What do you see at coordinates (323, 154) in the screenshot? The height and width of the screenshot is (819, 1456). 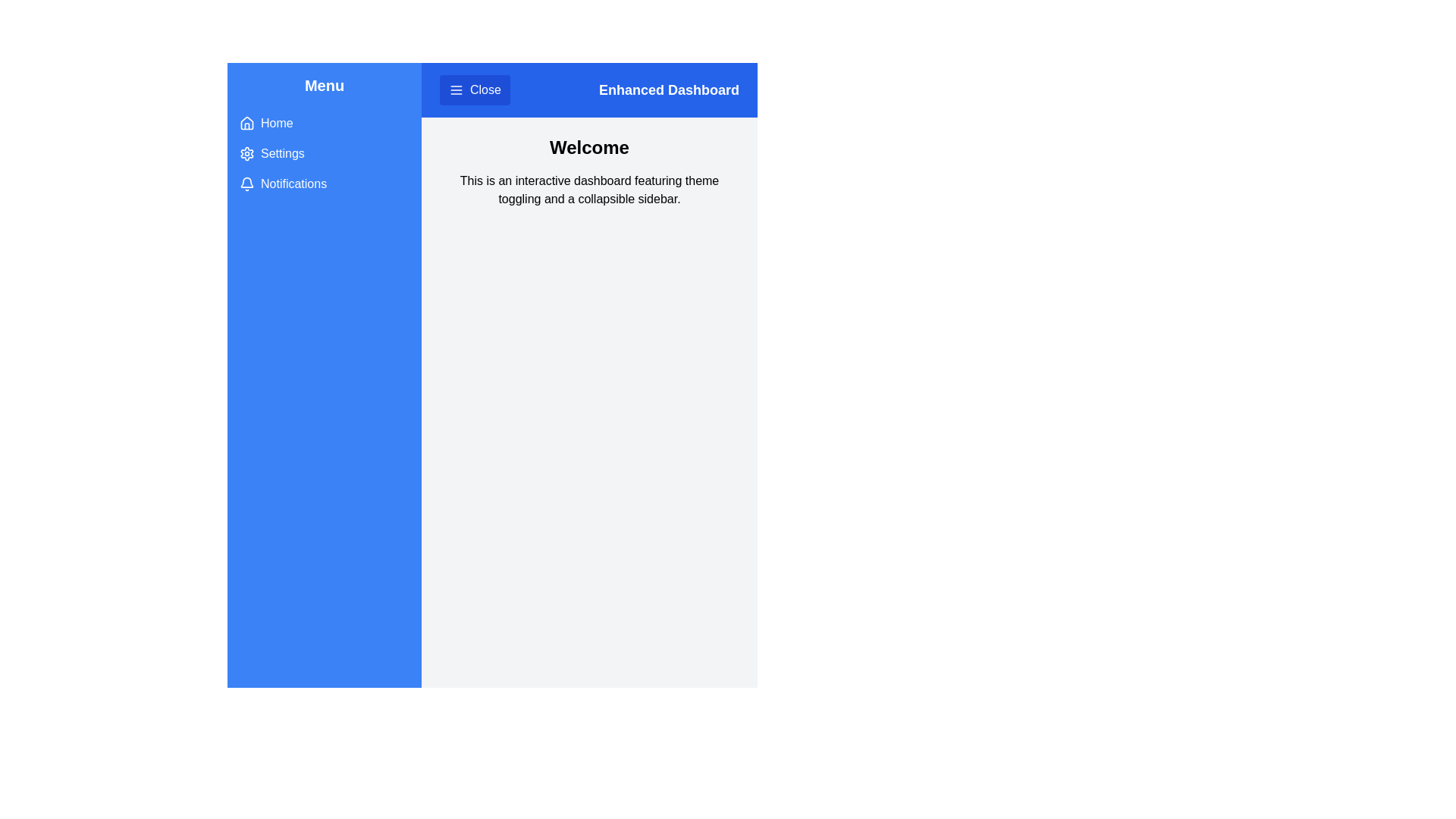 I see `the 'Settings' button in the left sidebar` at bounding box center [323, 154].